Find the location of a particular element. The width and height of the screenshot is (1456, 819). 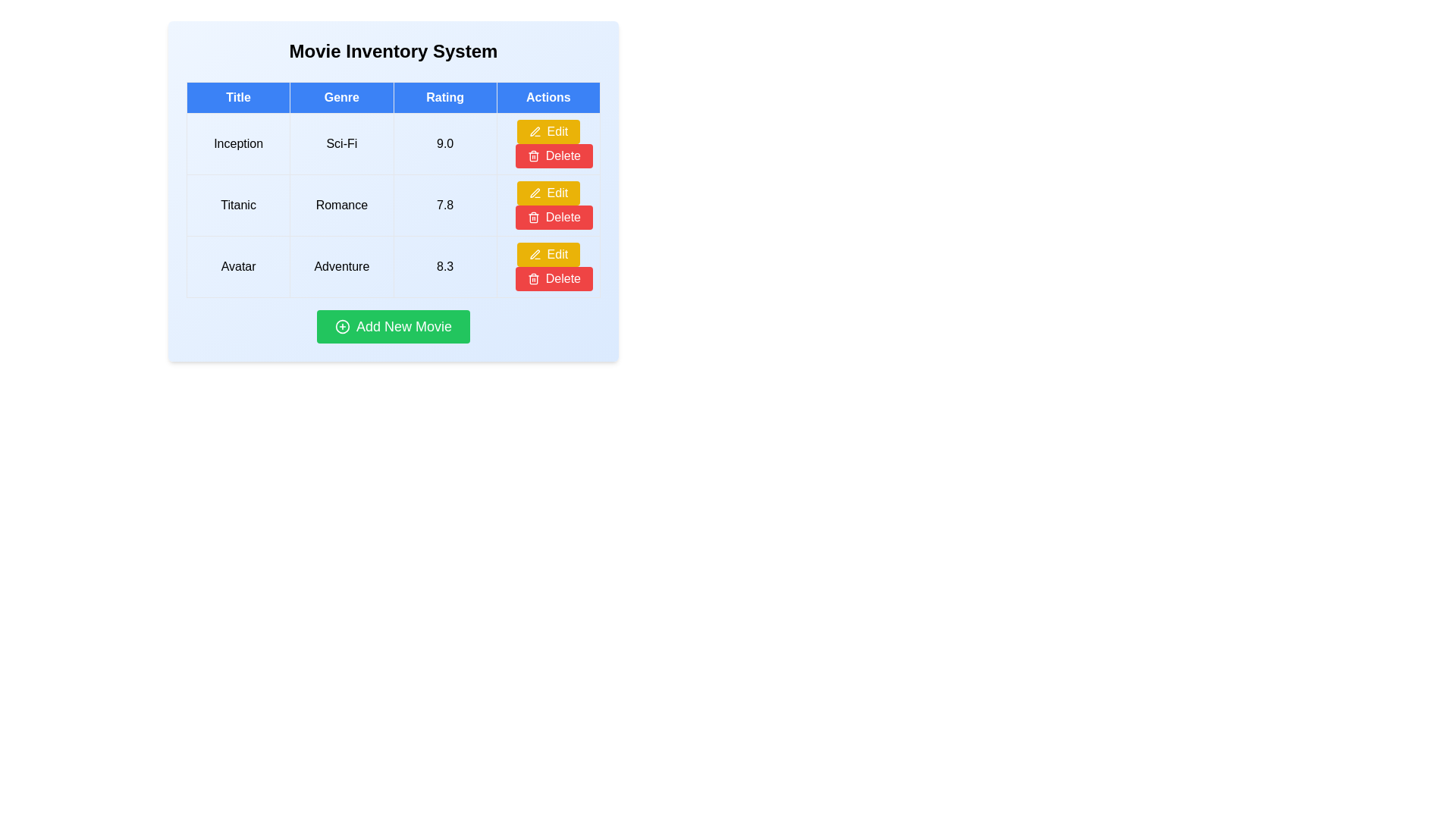

the pen-like icon with a yellow fill inside the 'Edit' button of the second row ('Titanic') is located at coordinates (535, 130).